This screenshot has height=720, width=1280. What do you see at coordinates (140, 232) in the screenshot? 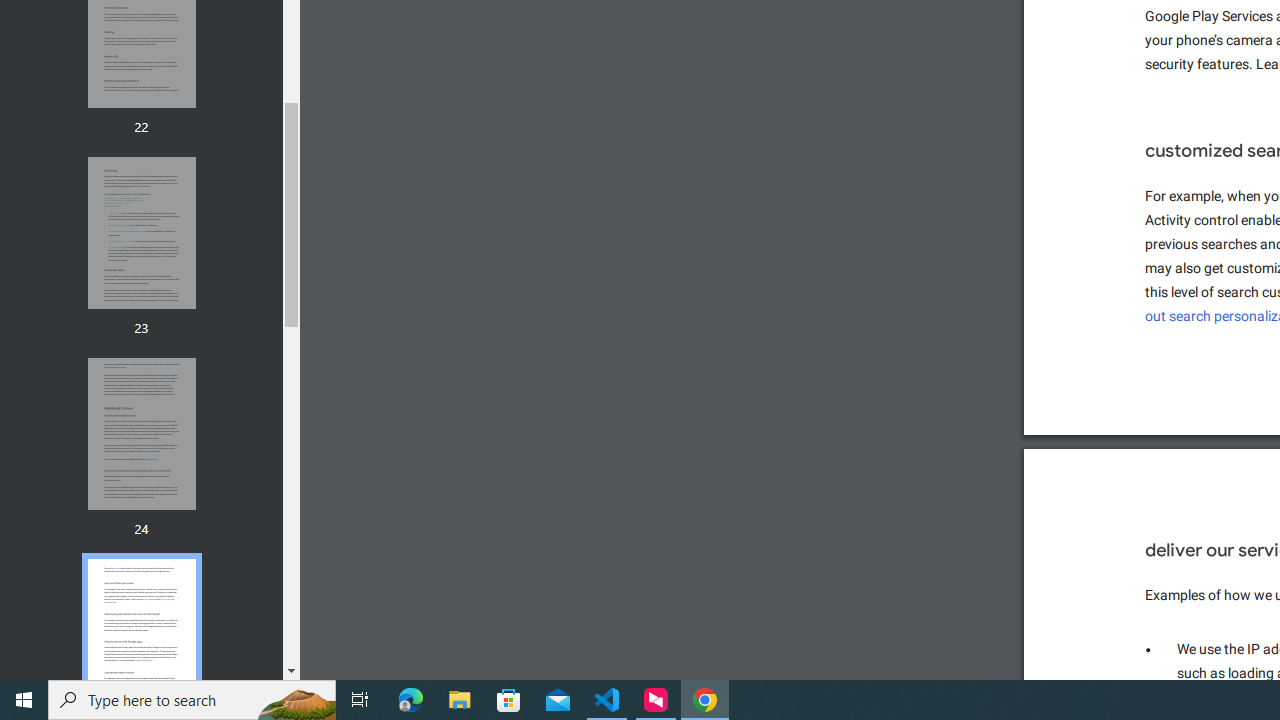
I see `'Thumbnail for page 23'` at bounding box center [140, 232].